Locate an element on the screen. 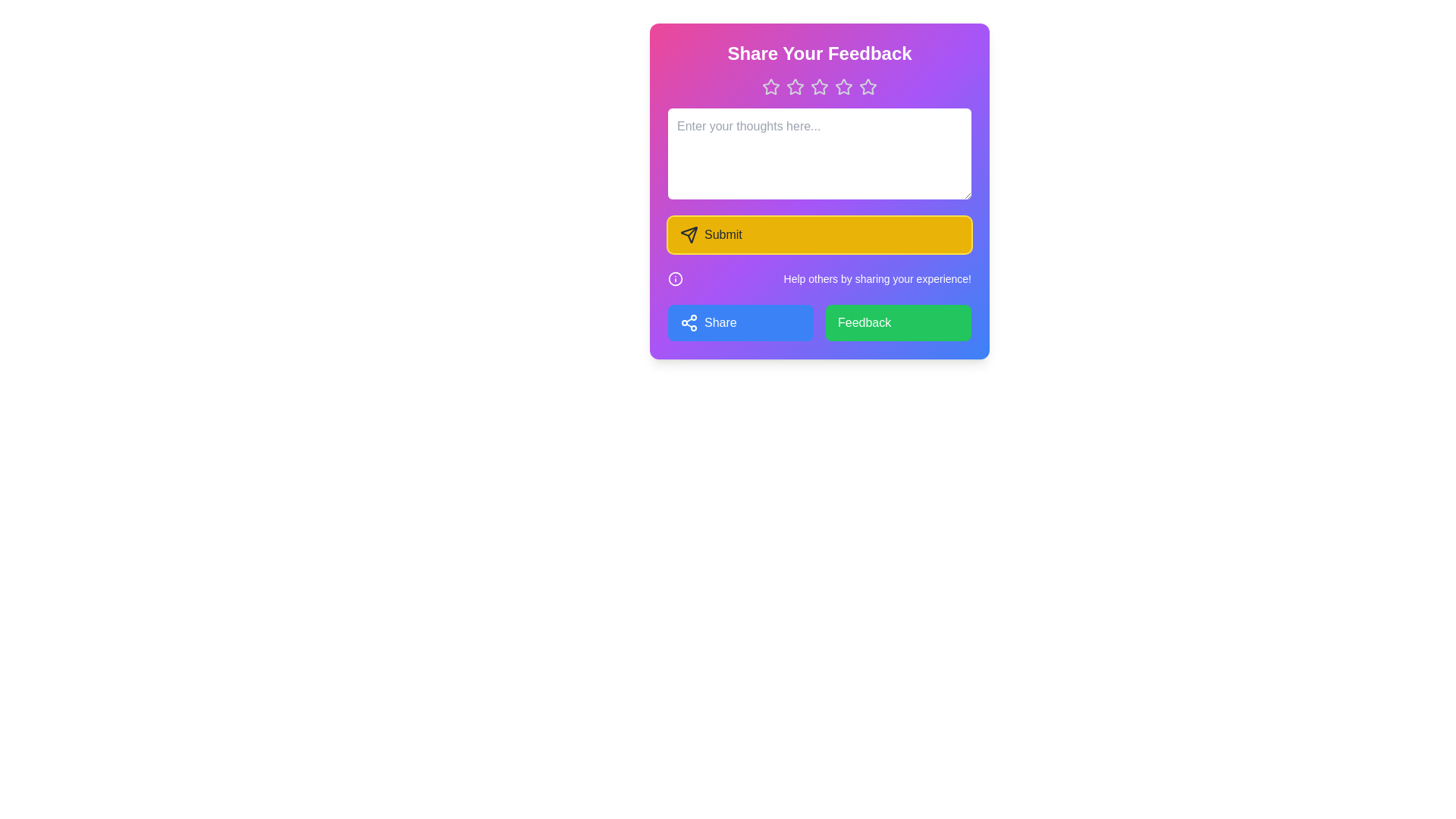 The height and width of the screenshot is (819, 1456). the submit button located below the multiline input field is located at coordinates (818, 234).